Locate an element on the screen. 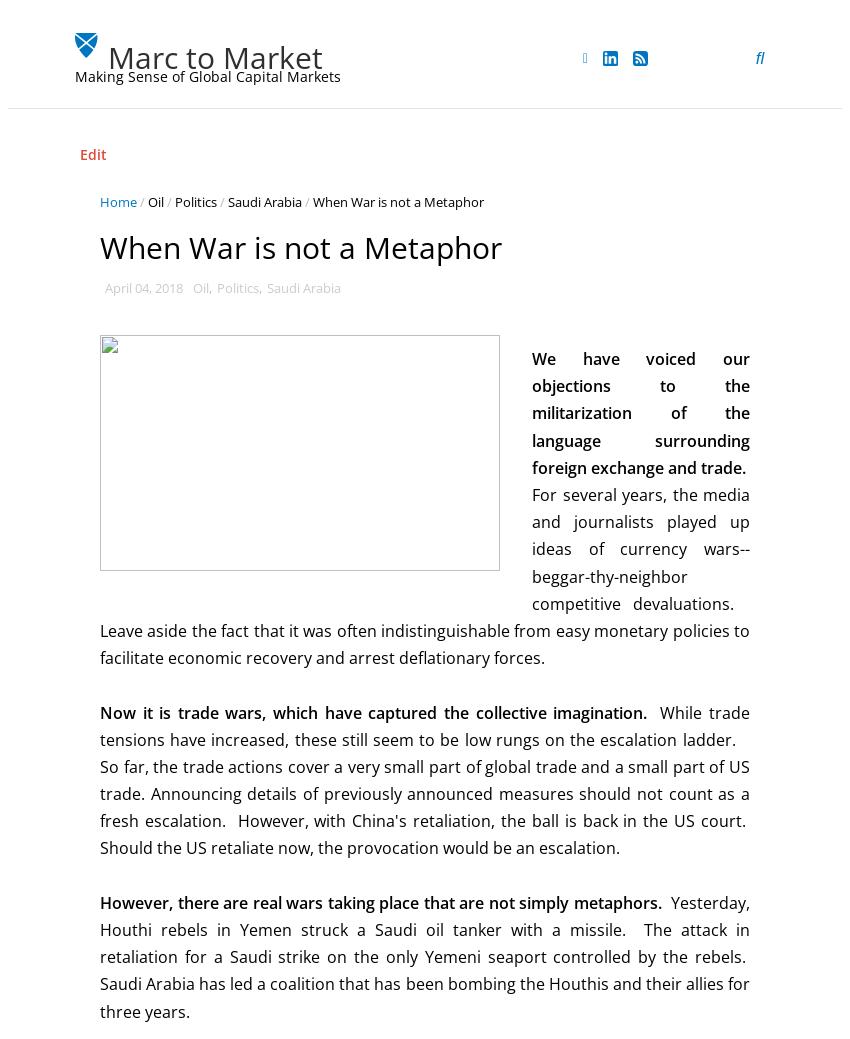 The width and height of the screenshot is (850, 1039). 'Making Sense of Global Capital Markets' is located at coordinates (206, 75).